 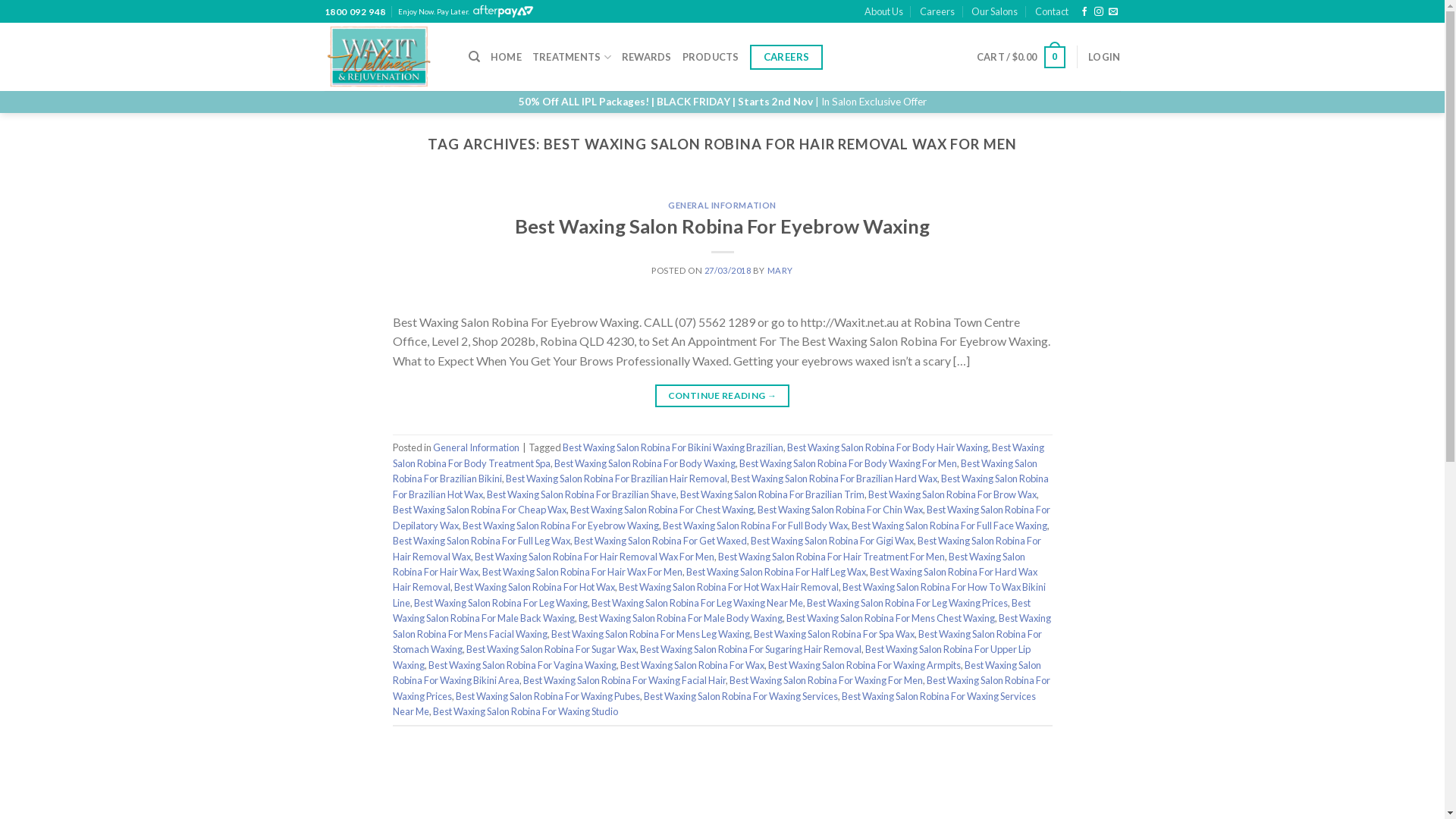 What do you see at coordinates (393, 610) in the screenshot?
I see `'Best Waxing Salon Robina For Male Back Waxing'` at bounding box center [393, 610].